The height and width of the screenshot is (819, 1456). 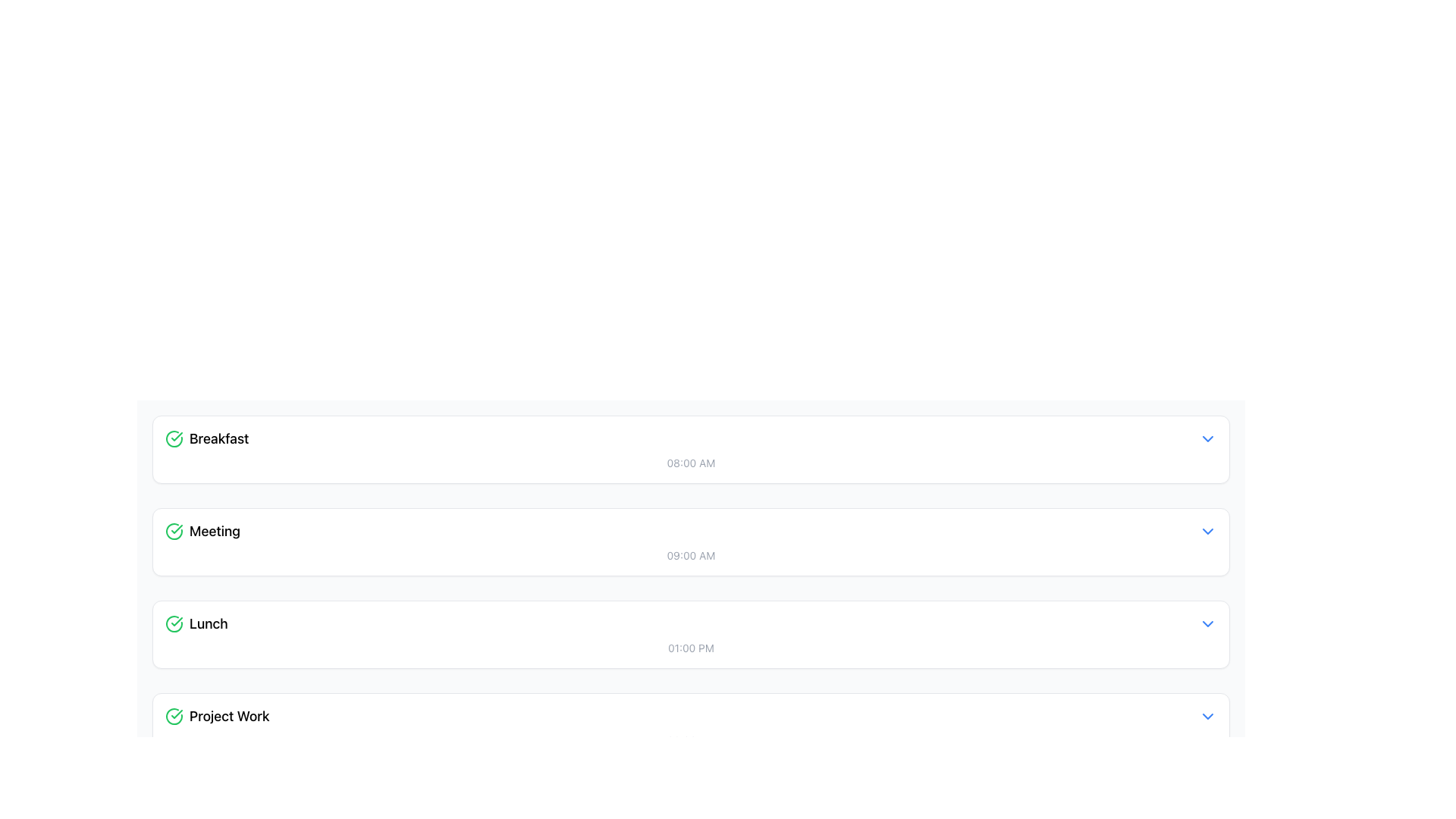 What do you see at coordinates (174, 438) in the screenshot?
I see `the green checkmark icon that indicates the completion status of the 'Breakfast' task` at bounding box center [174, 438].